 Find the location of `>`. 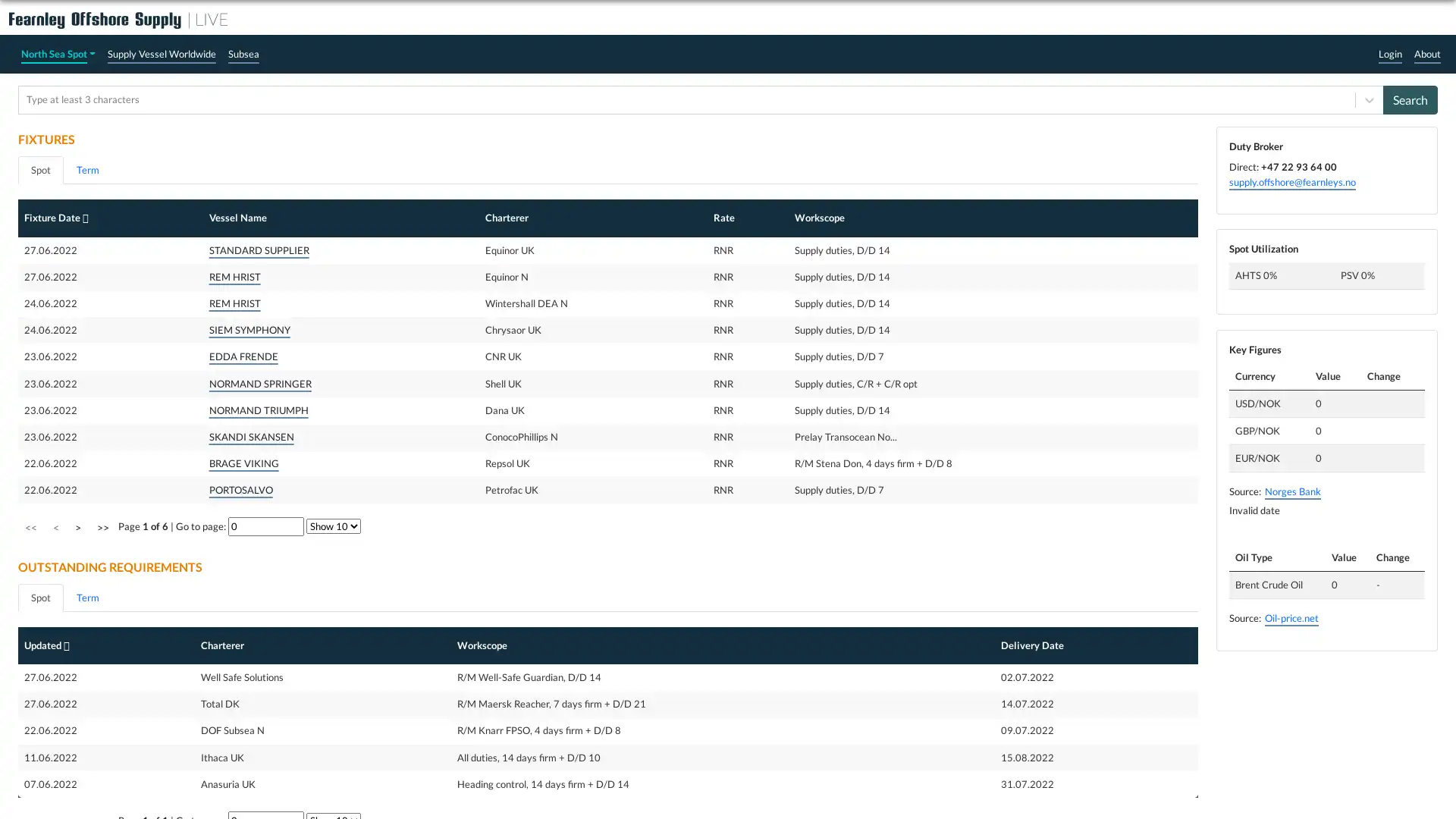

> is located at coordinates (77, 526).